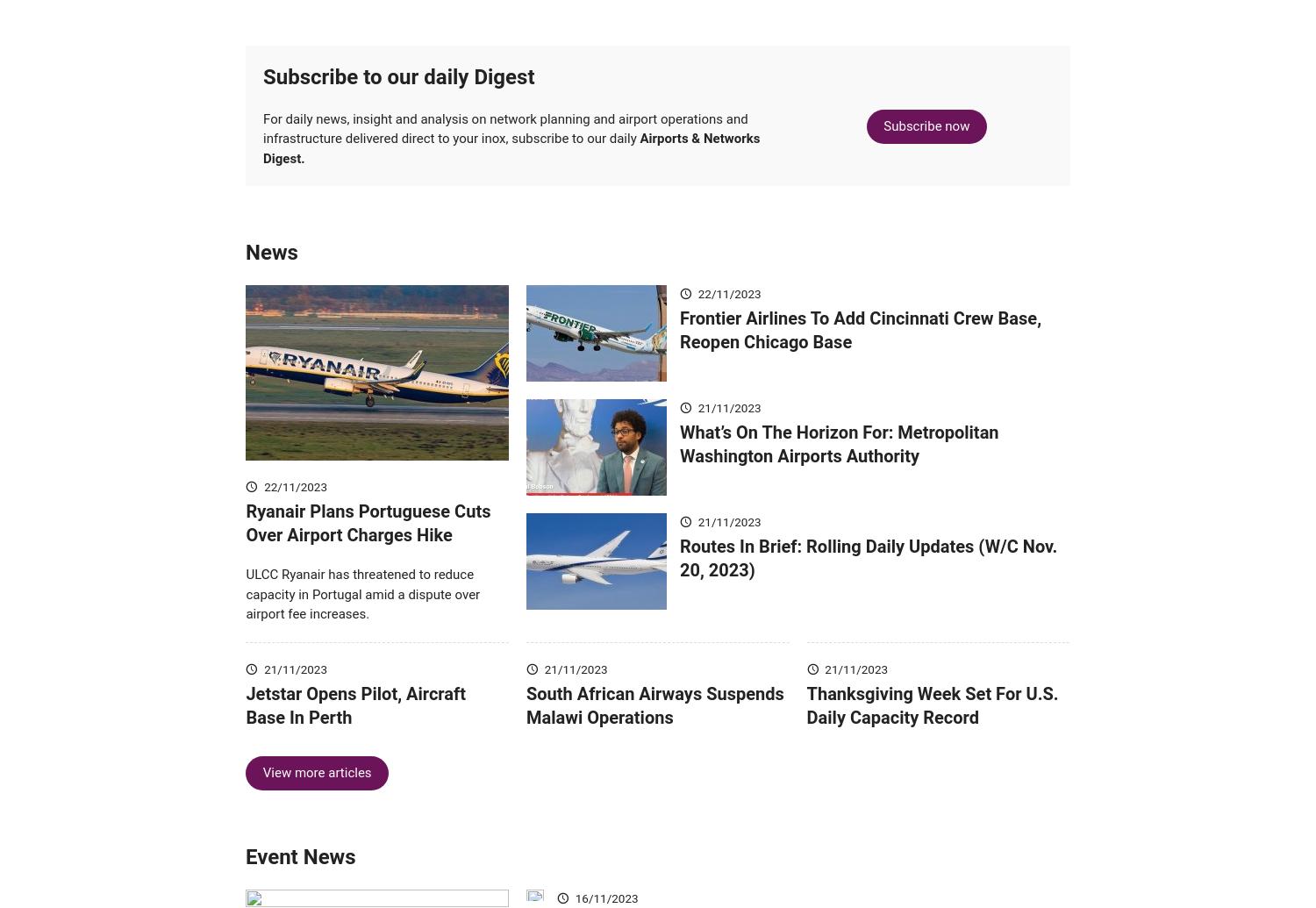 This screenshot has width=1316, height=908. What do you see at coordinates (271, 278) in the screenshot?
I see `'News'` at bounding box center [271, 278].